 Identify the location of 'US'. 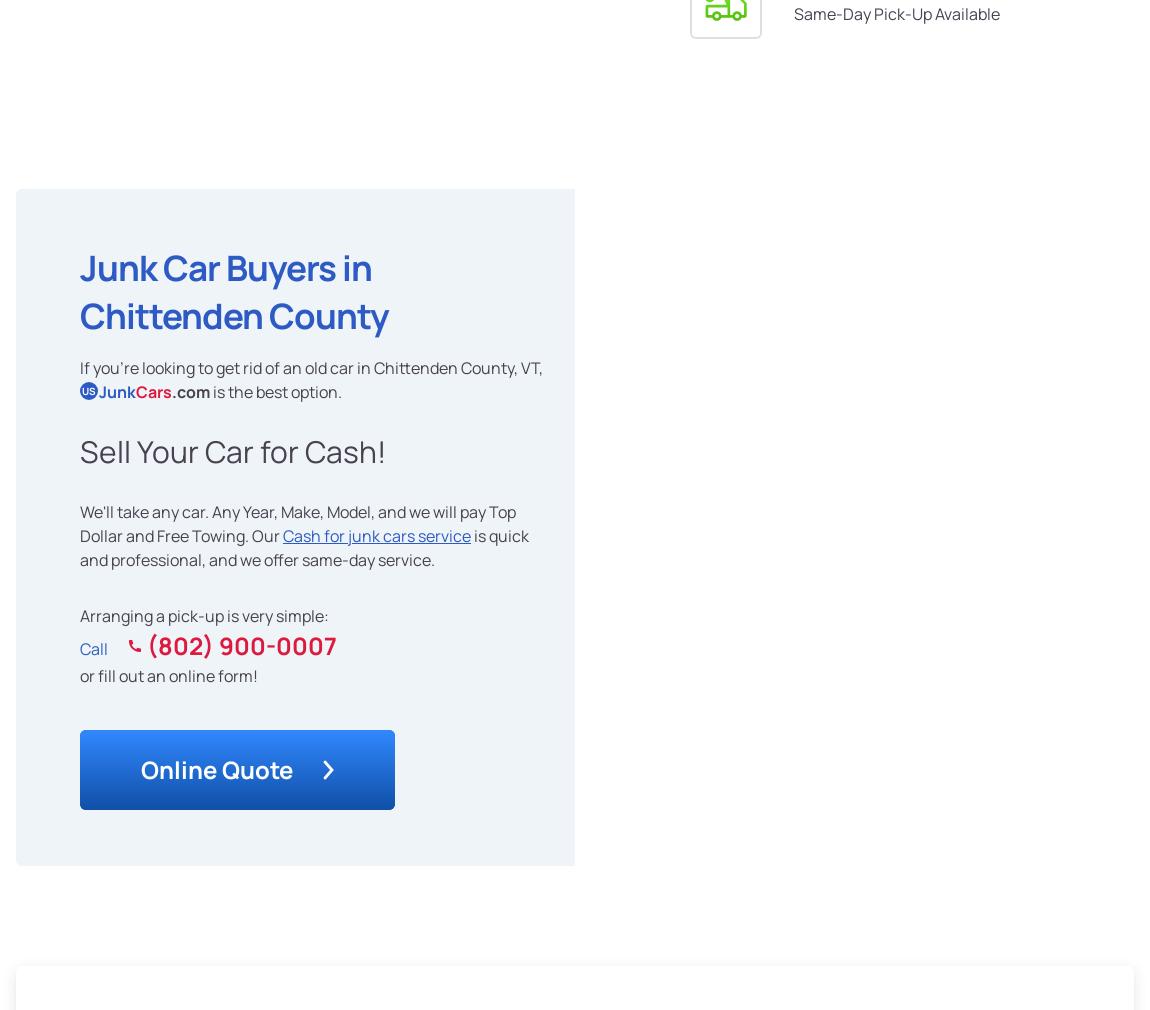
(88, 389).